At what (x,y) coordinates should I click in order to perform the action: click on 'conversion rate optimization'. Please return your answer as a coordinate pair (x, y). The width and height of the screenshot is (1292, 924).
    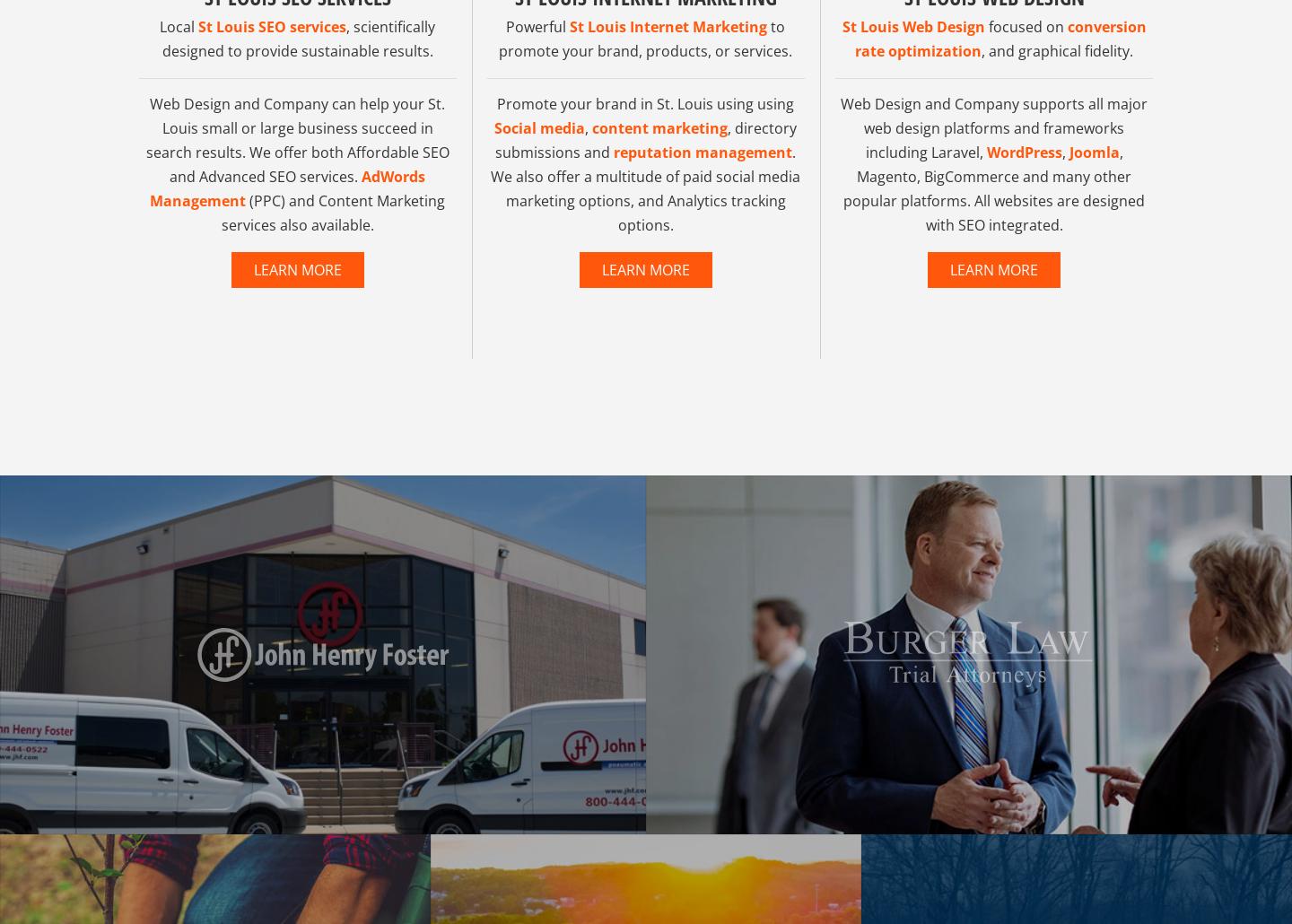
    Looking at the image, I should click on (976, 83).